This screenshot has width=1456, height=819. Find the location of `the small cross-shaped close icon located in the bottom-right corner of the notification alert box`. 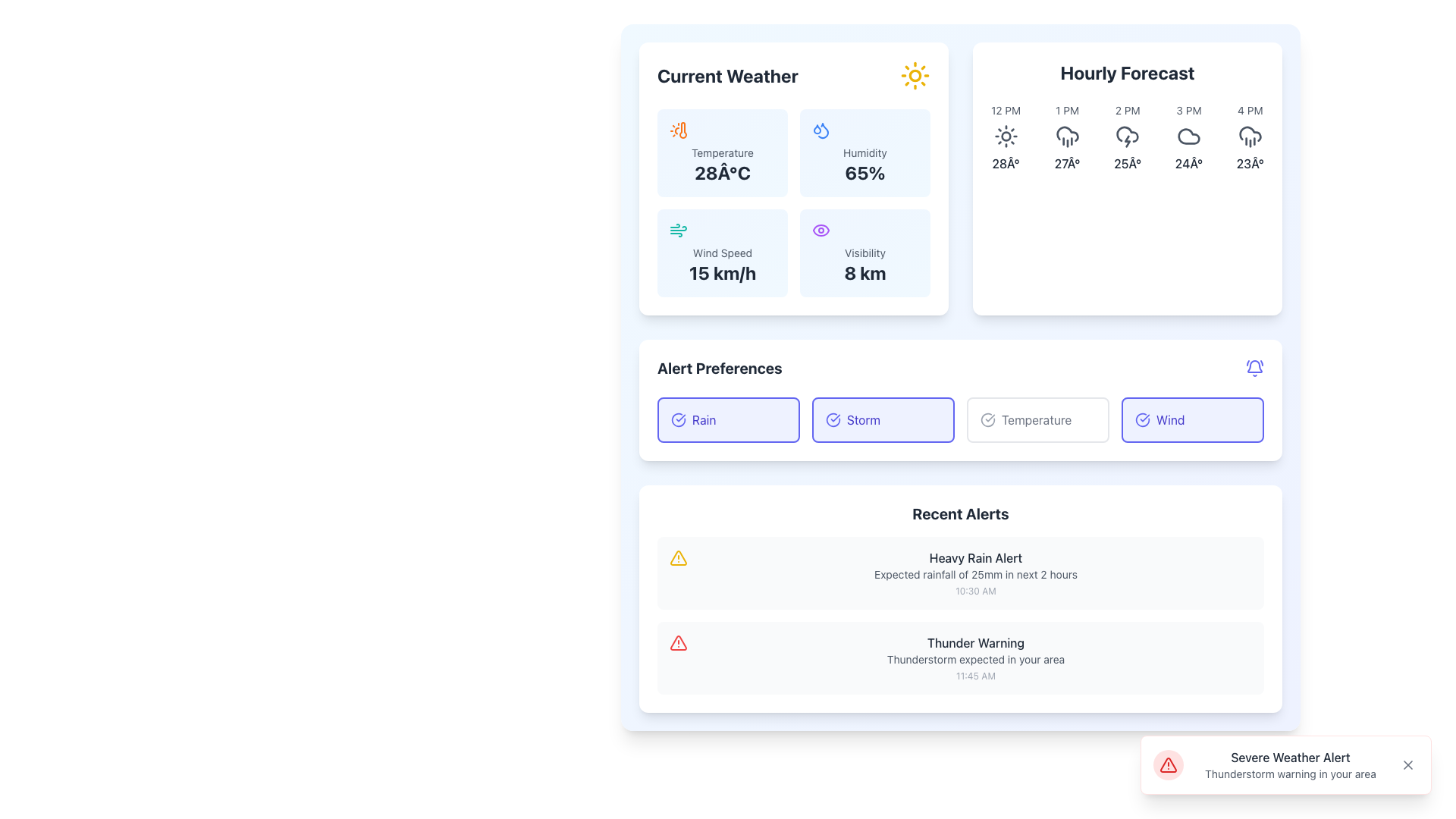

the small cross-shaped close icon located in the bottom-right corner of the notification alert box is located at coordinates (1407, 765).